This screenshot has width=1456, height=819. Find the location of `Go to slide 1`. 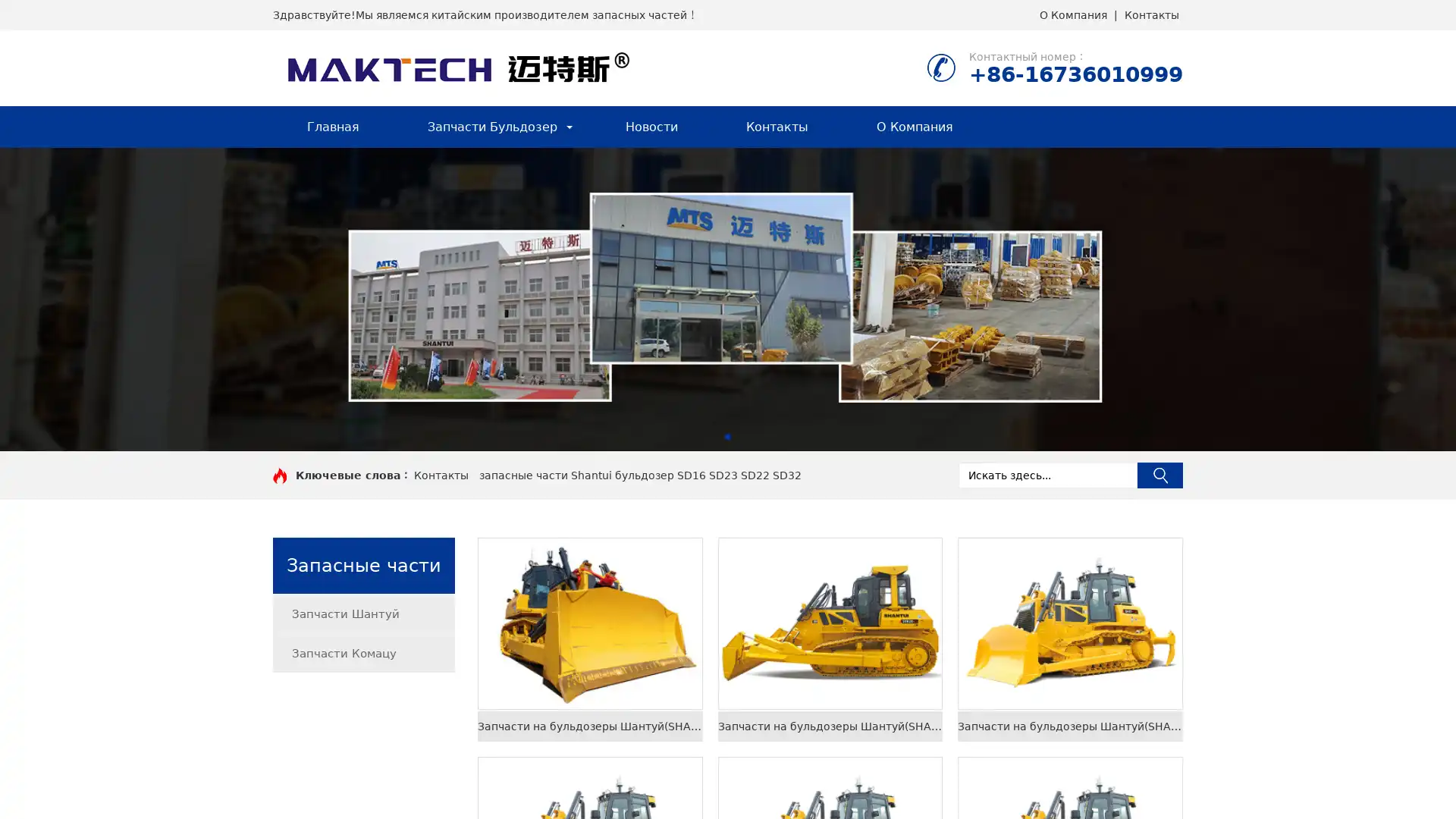

Go to slide 1 is located at coordinates (728, 436).